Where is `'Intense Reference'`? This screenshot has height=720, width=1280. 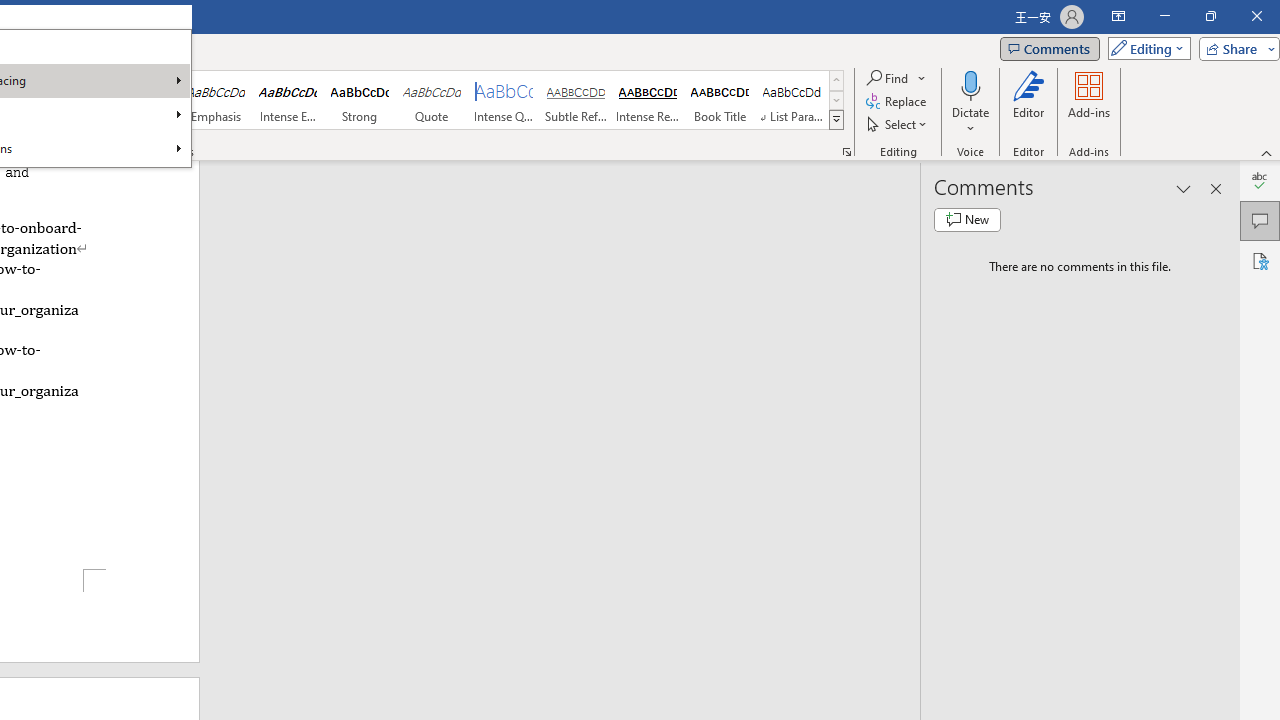
'Intense Reference' is located at coordinates (647, 100).